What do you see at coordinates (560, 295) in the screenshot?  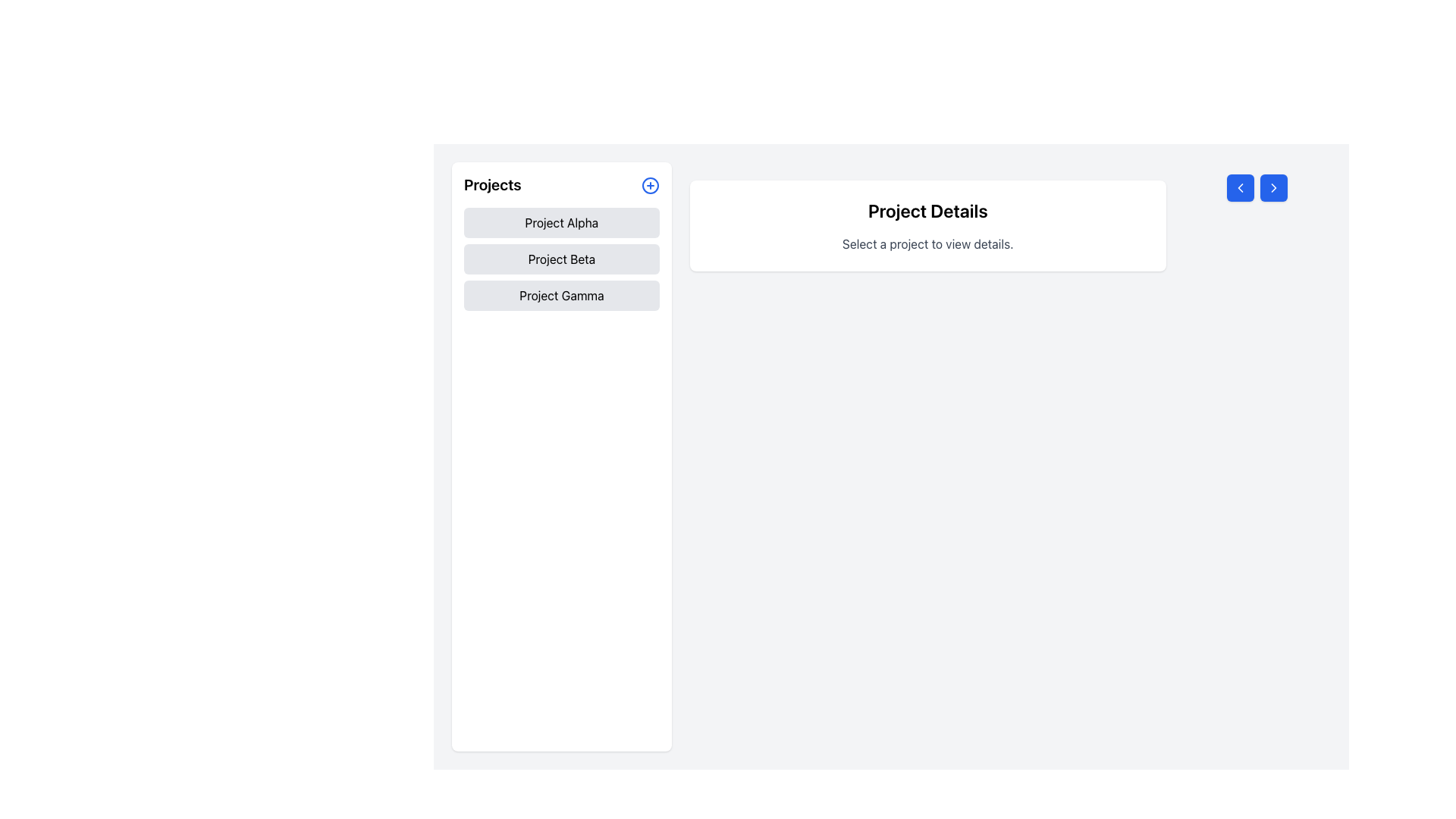 I see `the button representing 'Project Gamma' in the project list` at bounding box center [560, 295].